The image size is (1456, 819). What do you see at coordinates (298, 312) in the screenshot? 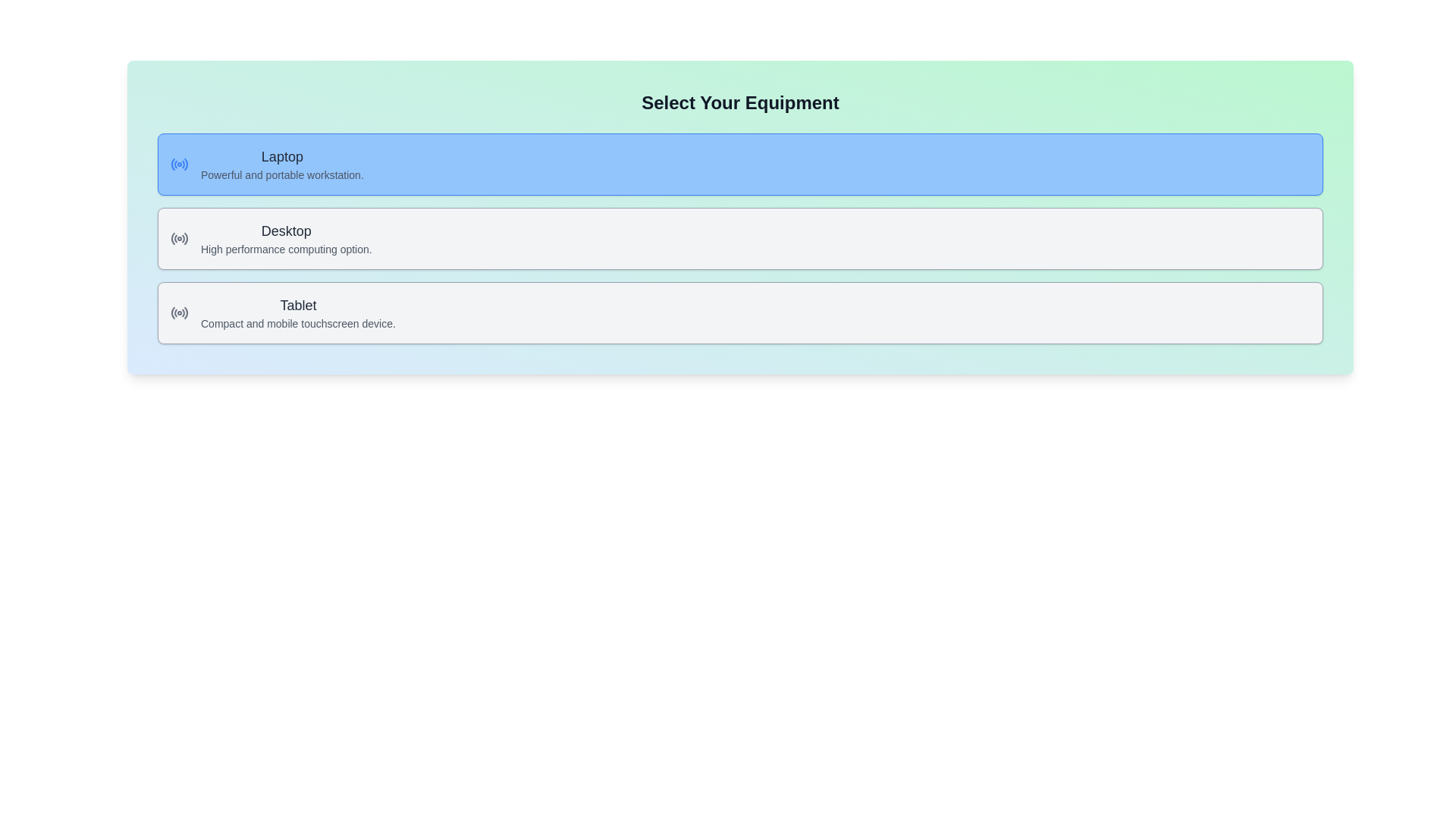
I see `the Text label that describes the tablet option, located in the second row of selectable options beneath the 'Desktop' option` at bounding box center [298, 312].